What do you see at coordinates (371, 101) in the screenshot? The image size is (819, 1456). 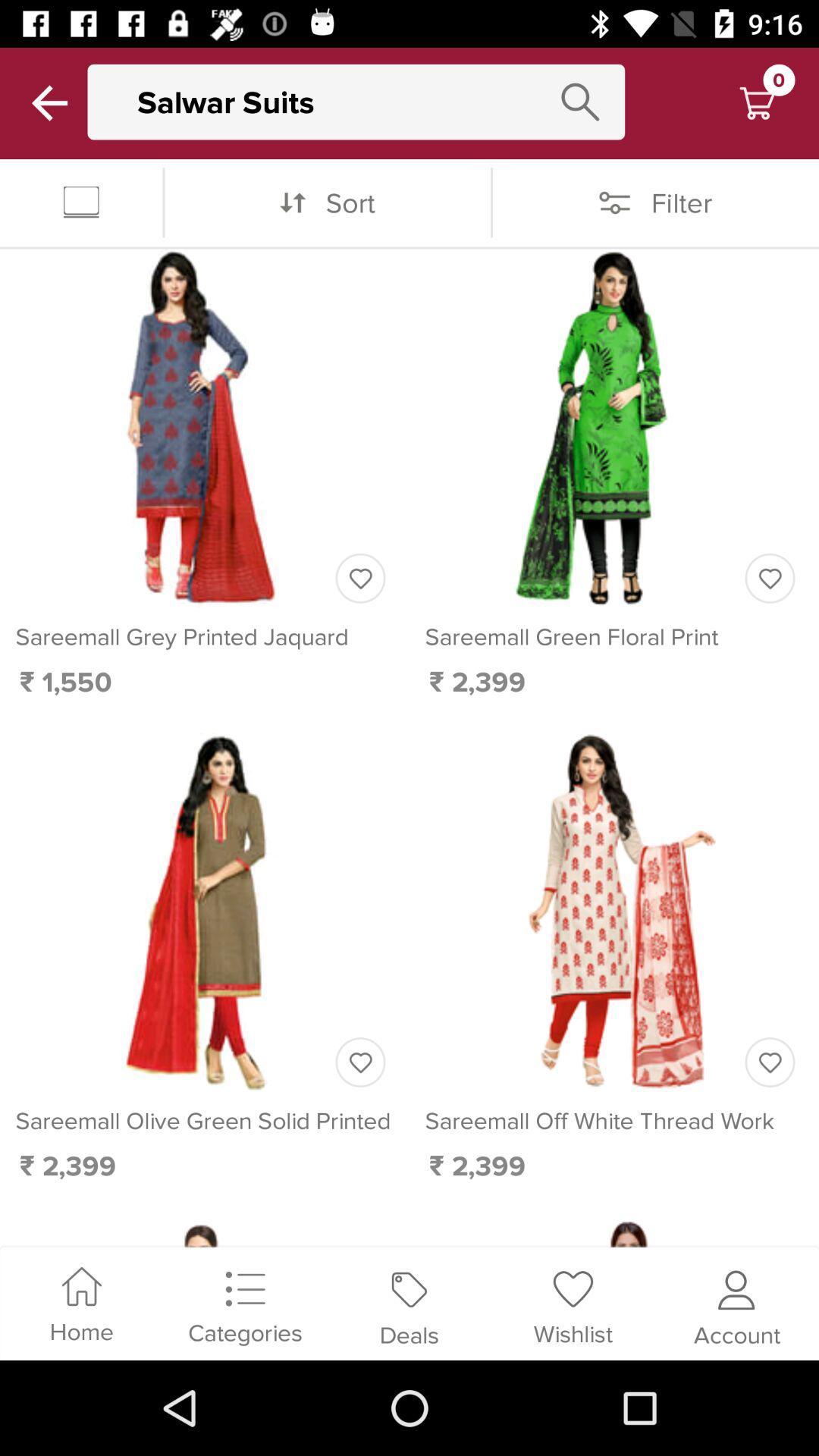 I see `salwar suits` at bounding box center [371, 101].